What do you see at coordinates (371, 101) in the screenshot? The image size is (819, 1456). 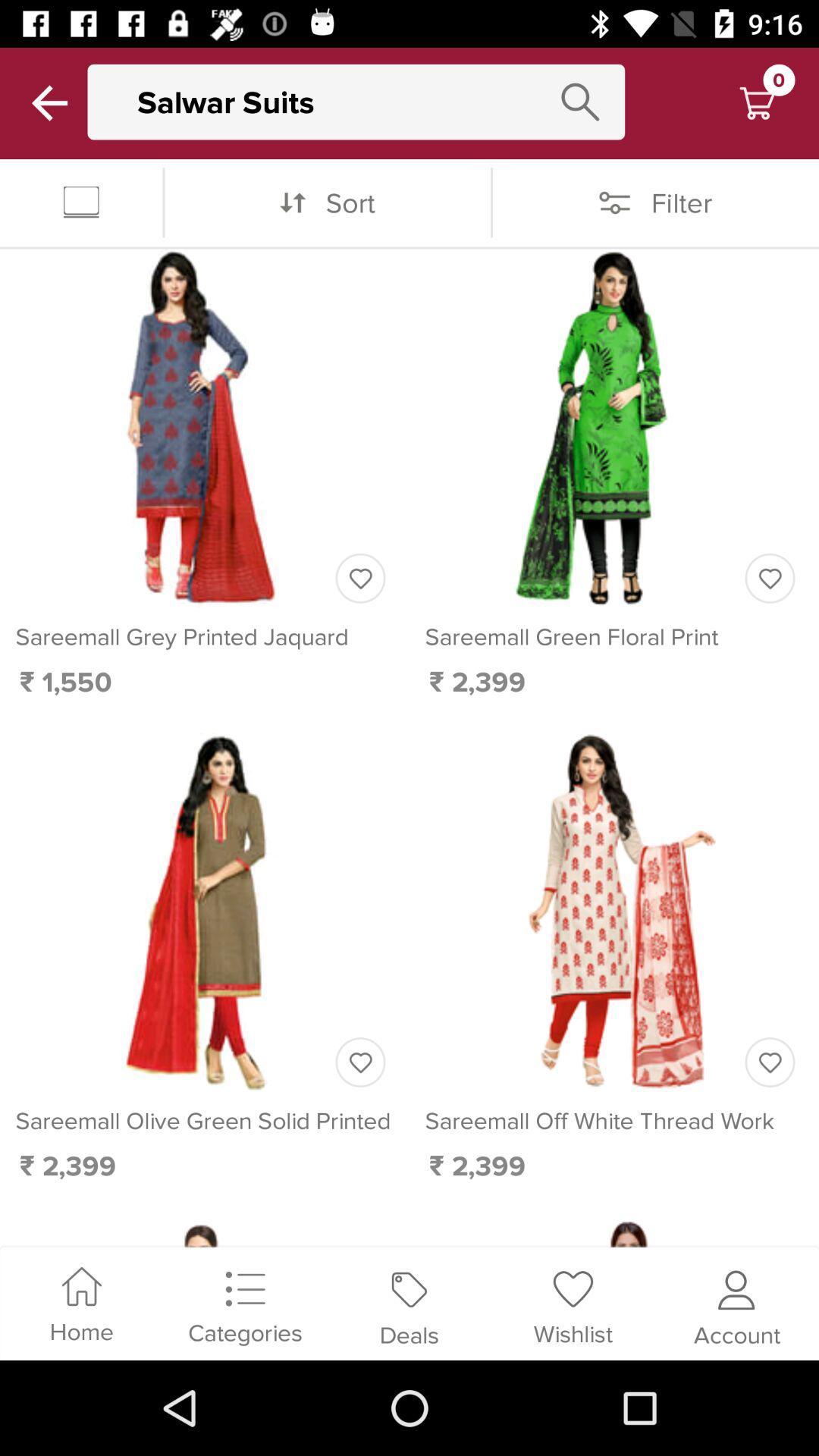 I see `salwar suits` at bounding box center [371, 101].